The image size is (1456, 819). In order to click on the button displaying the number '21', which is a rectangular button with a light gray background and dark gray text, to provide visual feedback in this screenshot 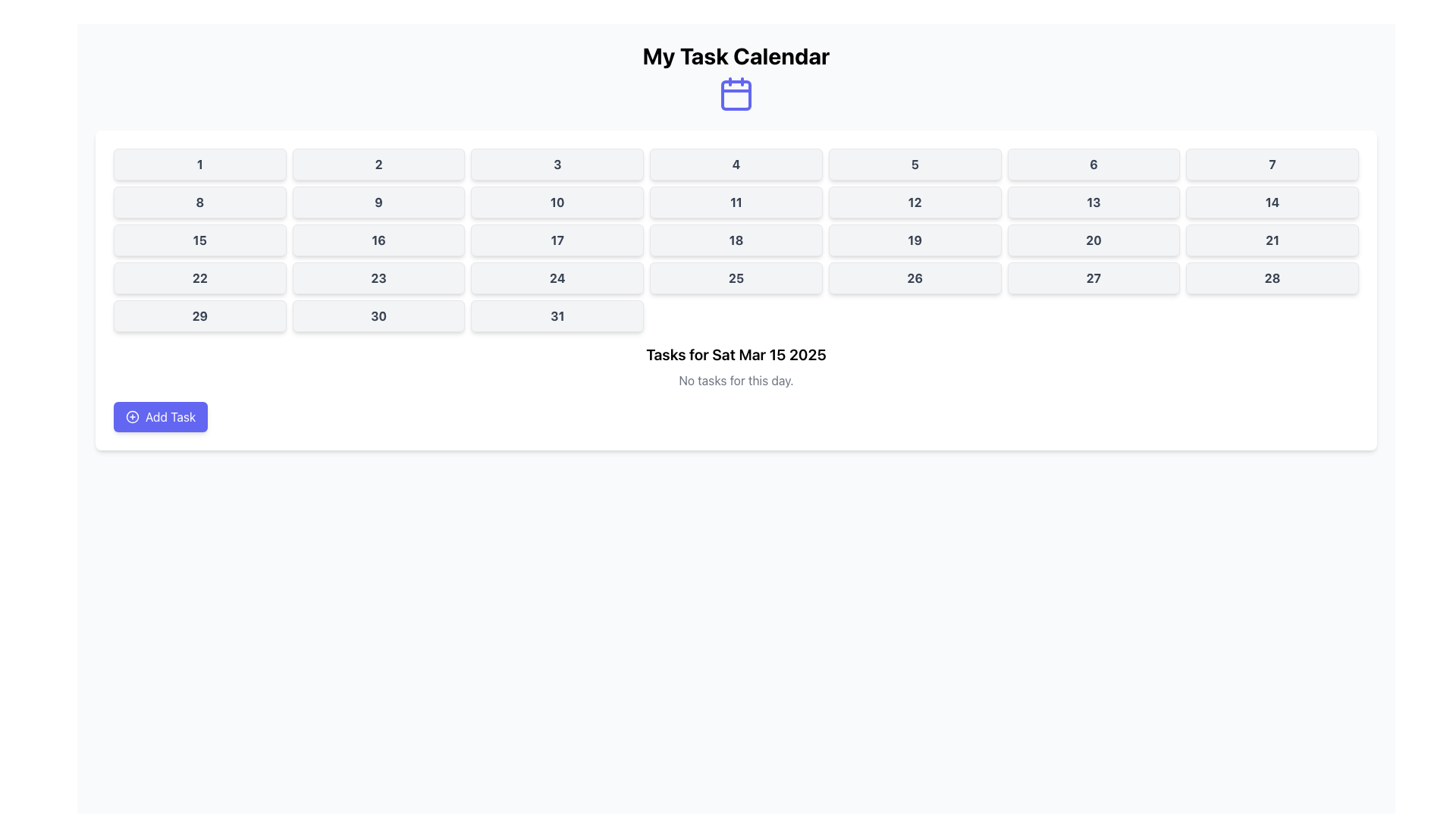, I will do `click(1272, 239)`.